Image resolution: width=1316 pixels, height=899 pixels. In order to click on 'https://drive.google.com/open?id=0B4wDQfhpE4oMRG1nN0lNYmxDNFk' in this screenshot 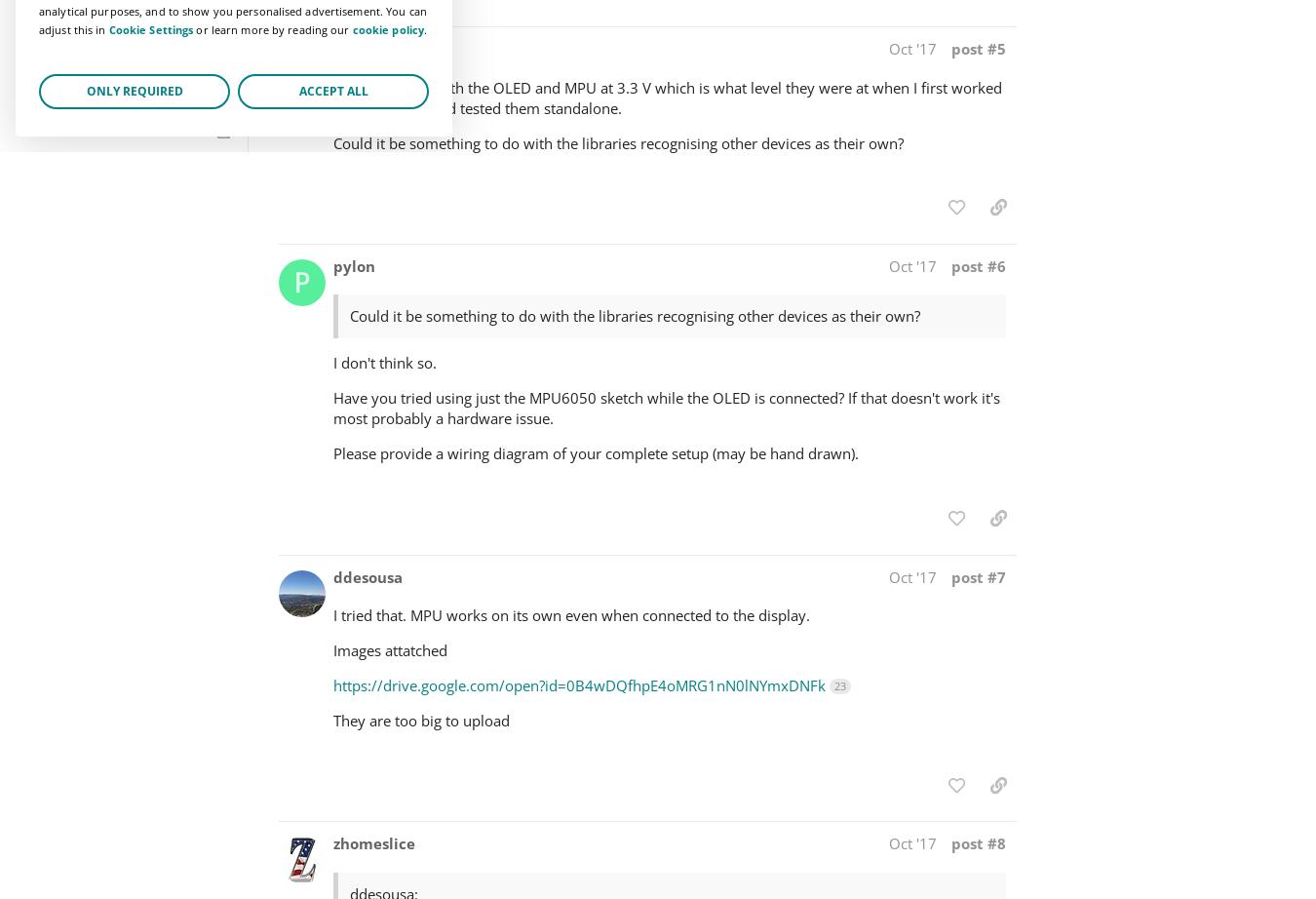, I will do `click(579, 684)`.